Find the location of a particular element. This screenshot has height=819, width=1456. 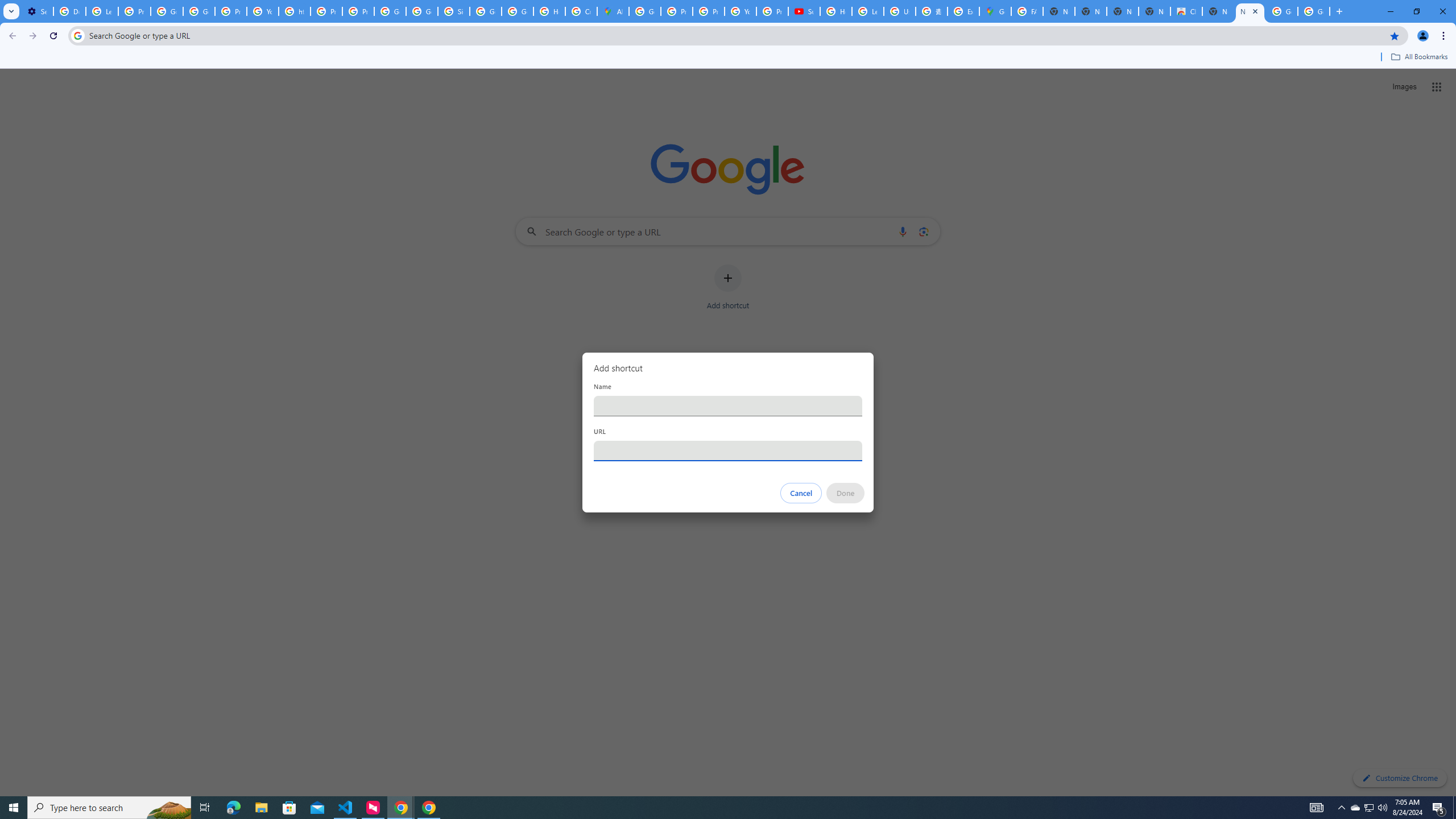

'Subscriptions - YouTube' is located at coordinates (804, 11).